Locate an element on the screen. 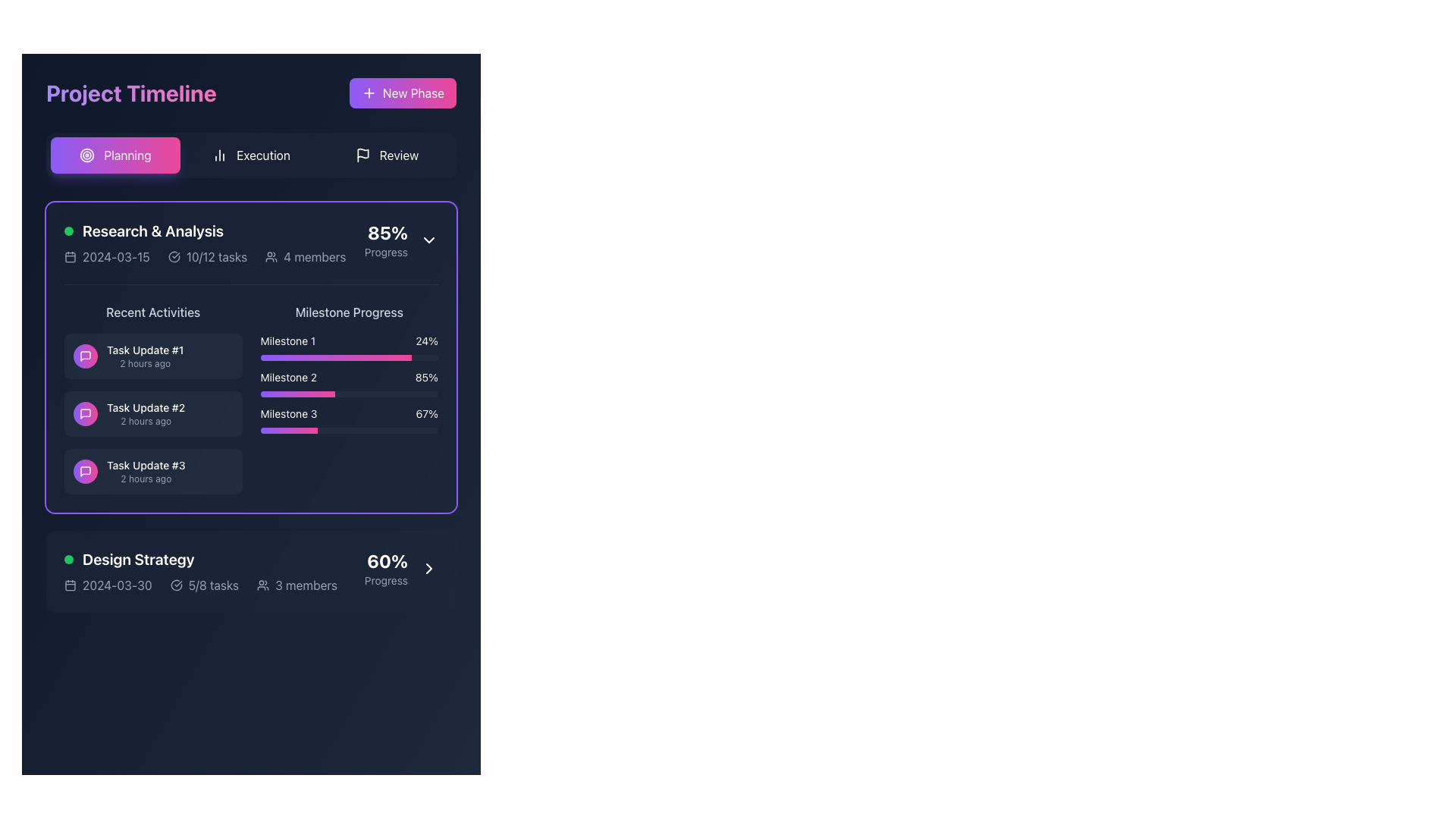 This screenshot has height=819, width=1456. the Text Label displaying the progress percentage of 'Milestone 2' is located at coordinates (425, 376).